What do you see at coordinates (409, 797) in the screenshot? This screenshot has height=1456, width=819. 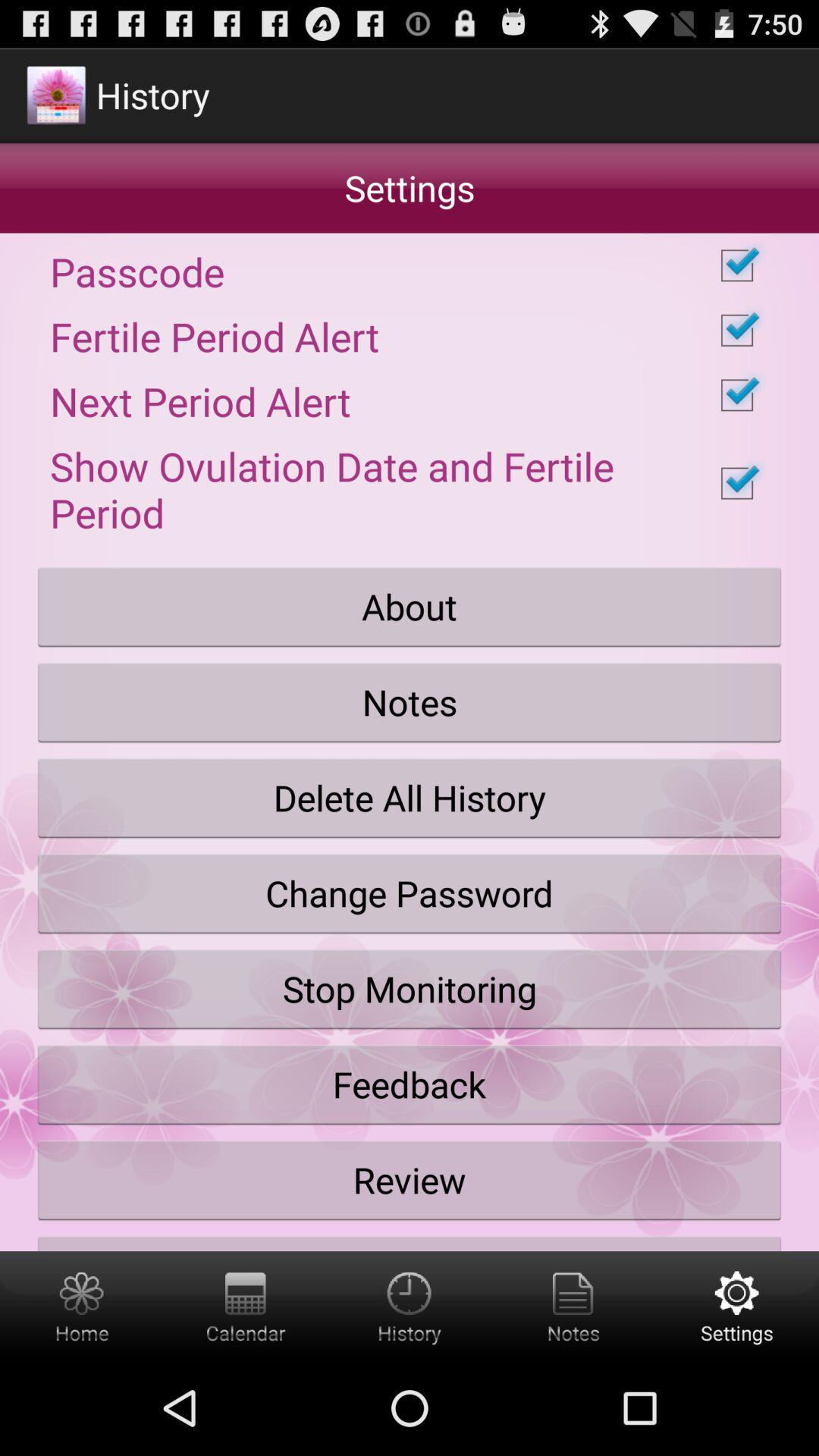 I see `the delete all history` at bounding box center [409, 797].